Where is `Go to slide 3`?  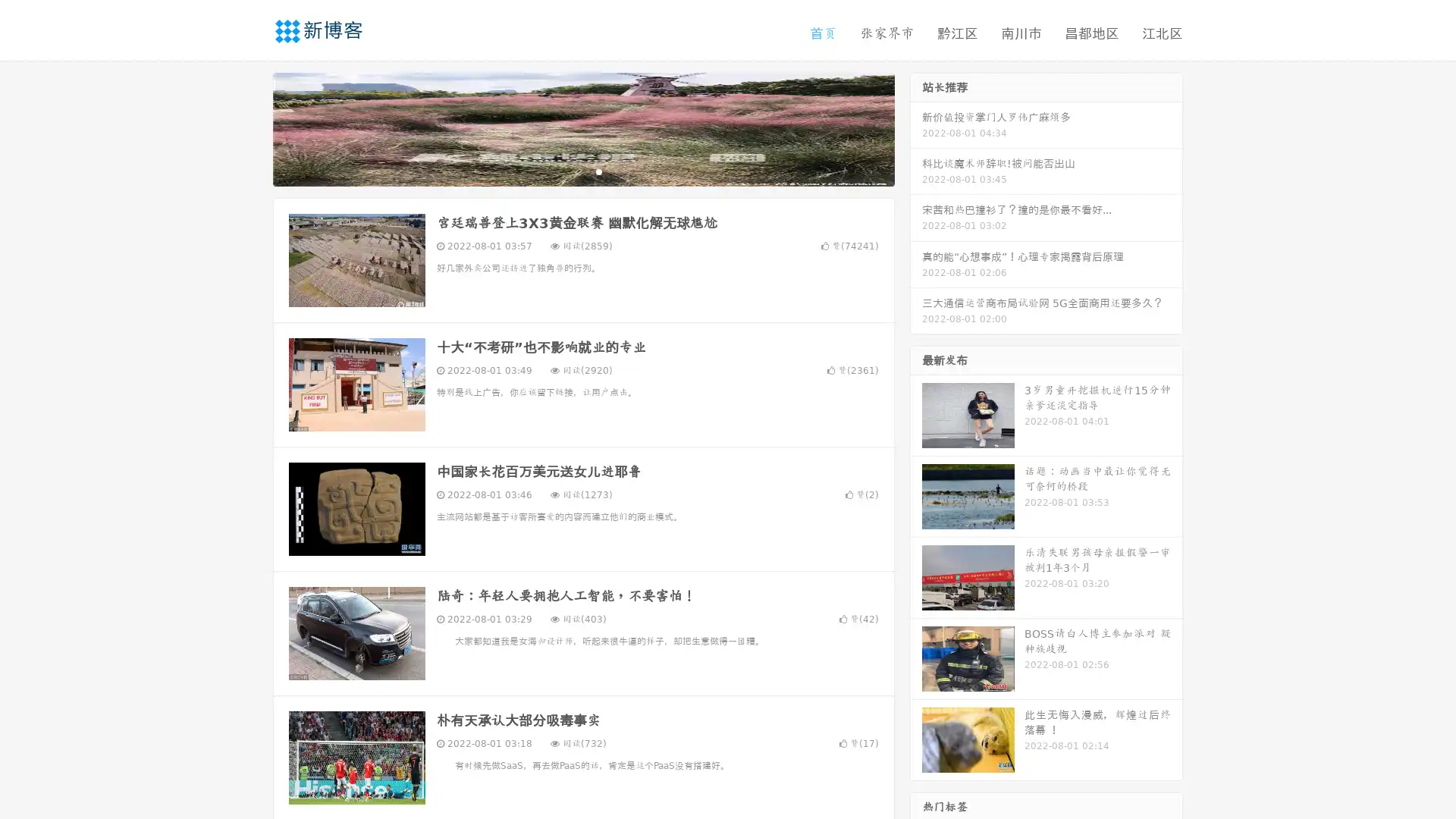
Go to slide 3 is located at coordinates (598, 171).